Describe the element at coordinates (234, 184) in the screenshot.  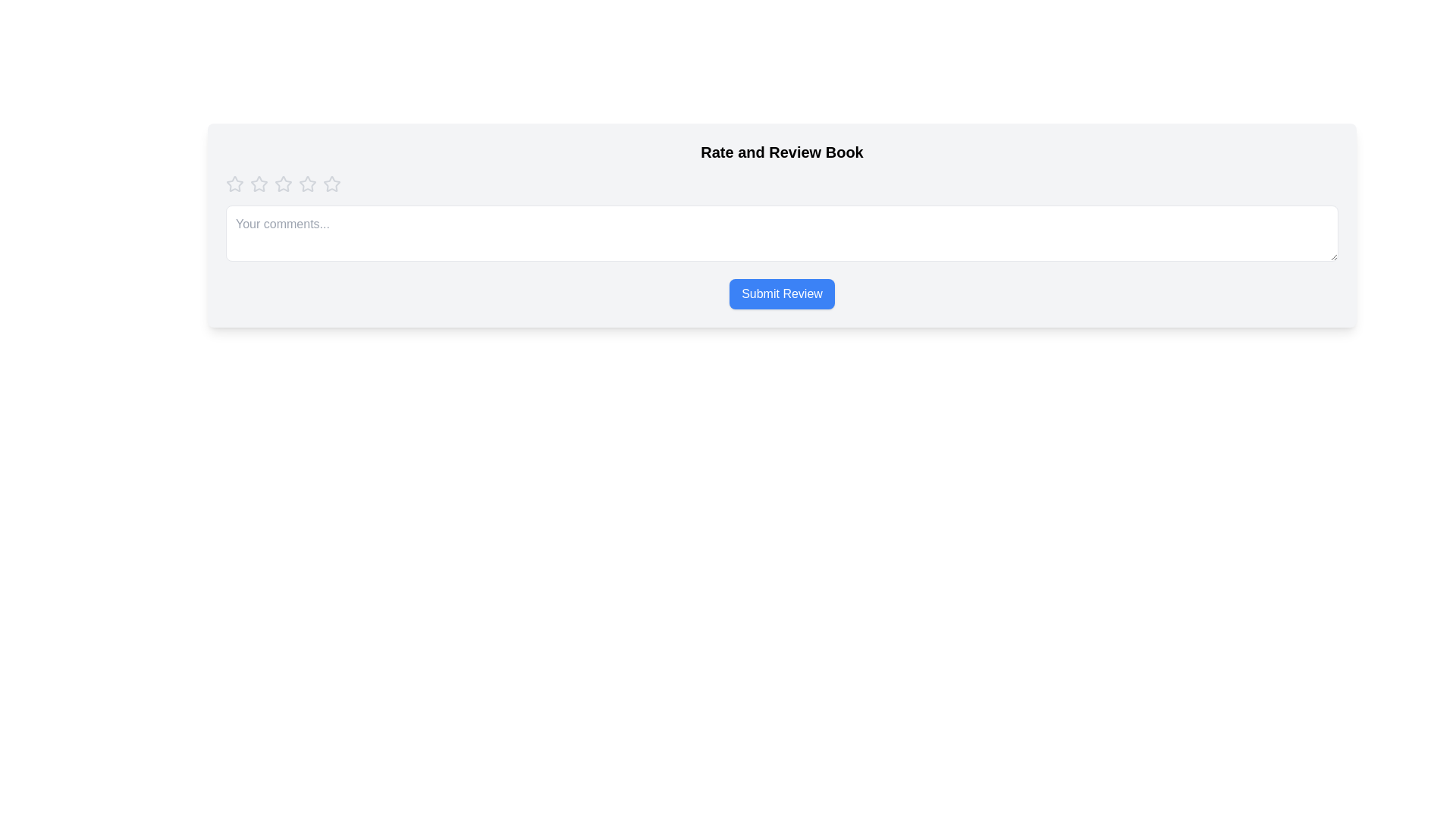
I see `the star corresponding to the rating level 1` at that location.